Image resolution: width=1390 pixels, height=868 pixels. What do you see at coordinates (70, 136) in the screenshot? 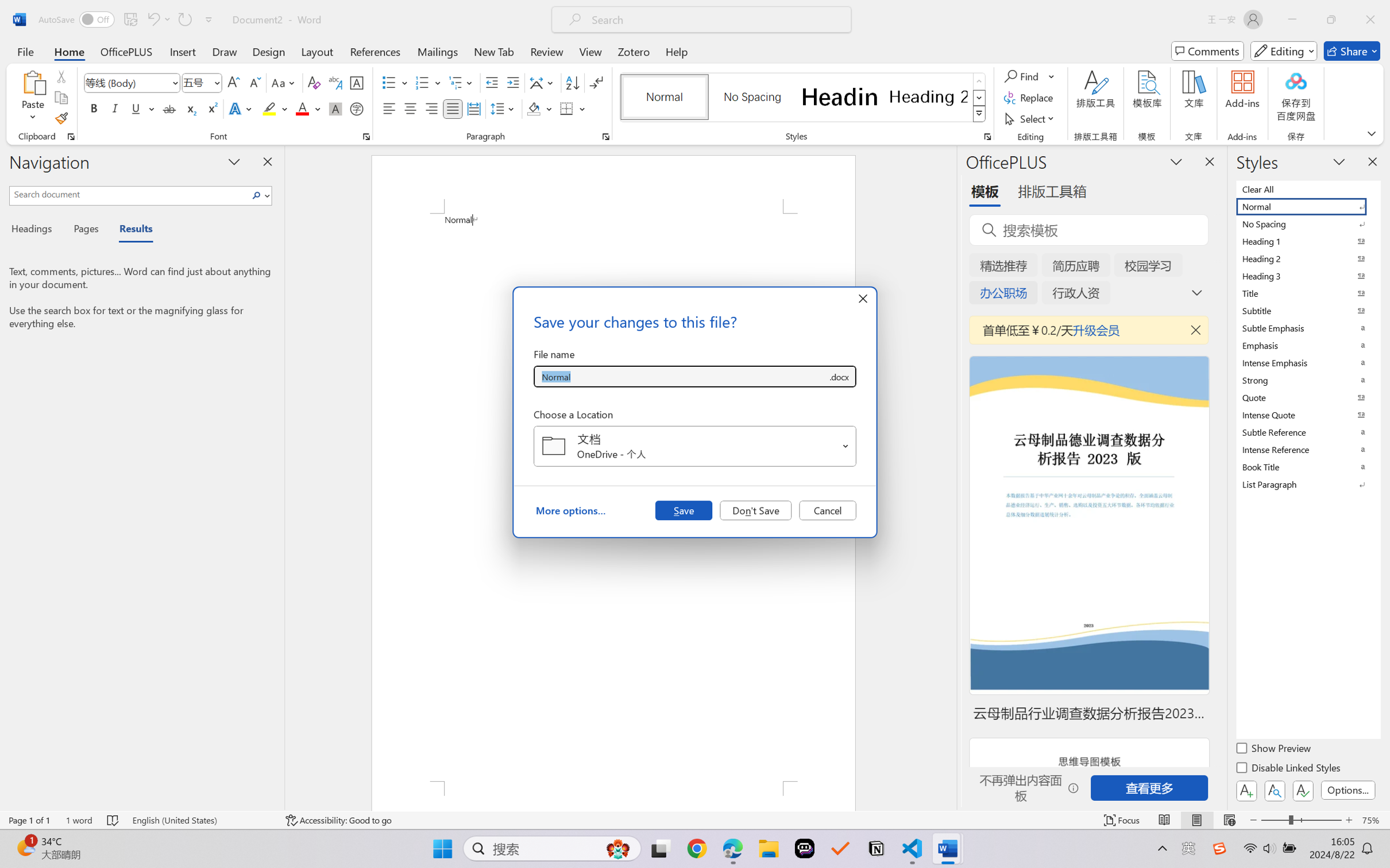
I see `'Office Clipboard...'` at bounding box center [70, 136].